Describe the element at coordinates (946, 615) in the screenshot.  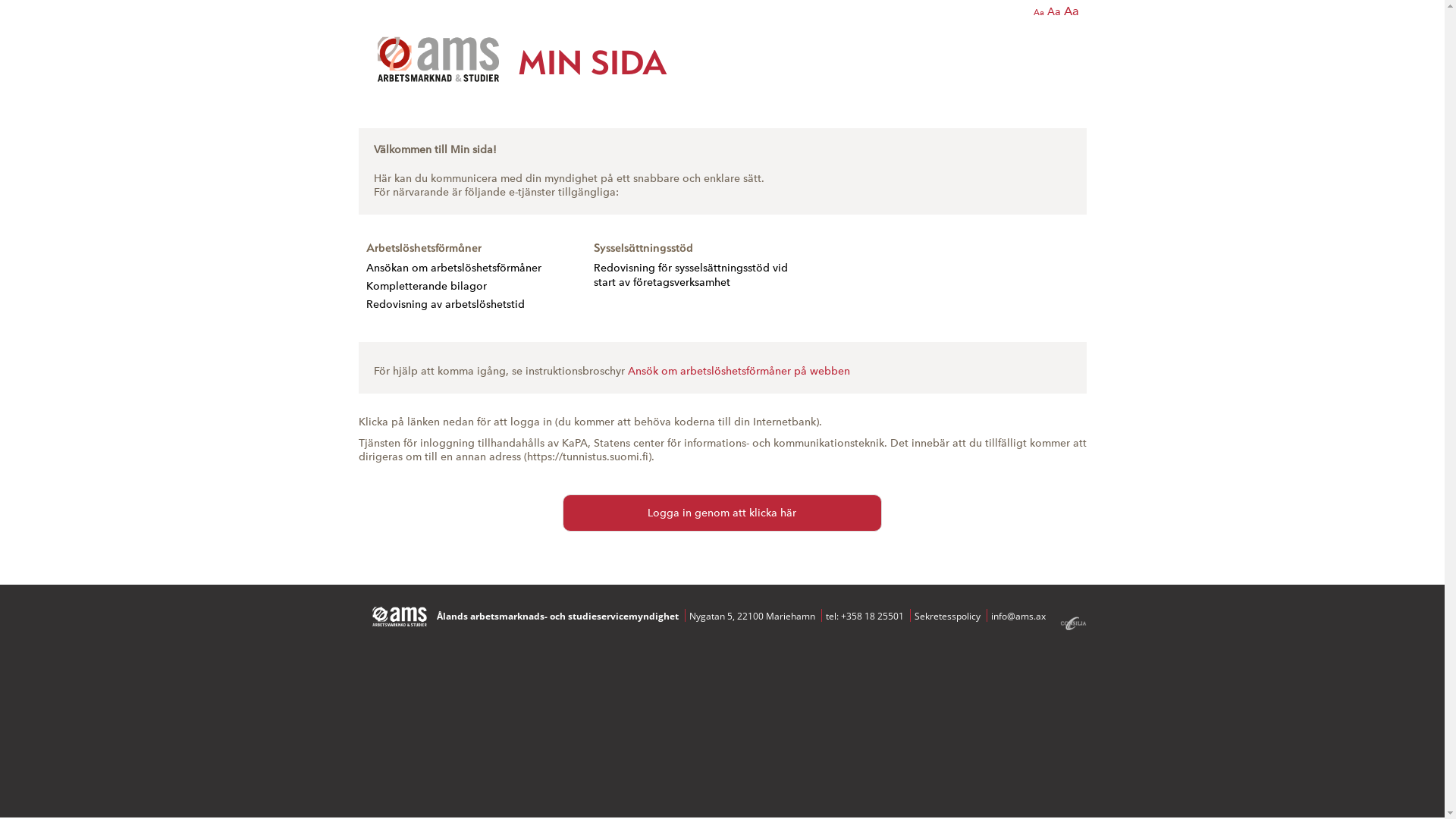
I see `'Sekretesspolicy'` at that location.